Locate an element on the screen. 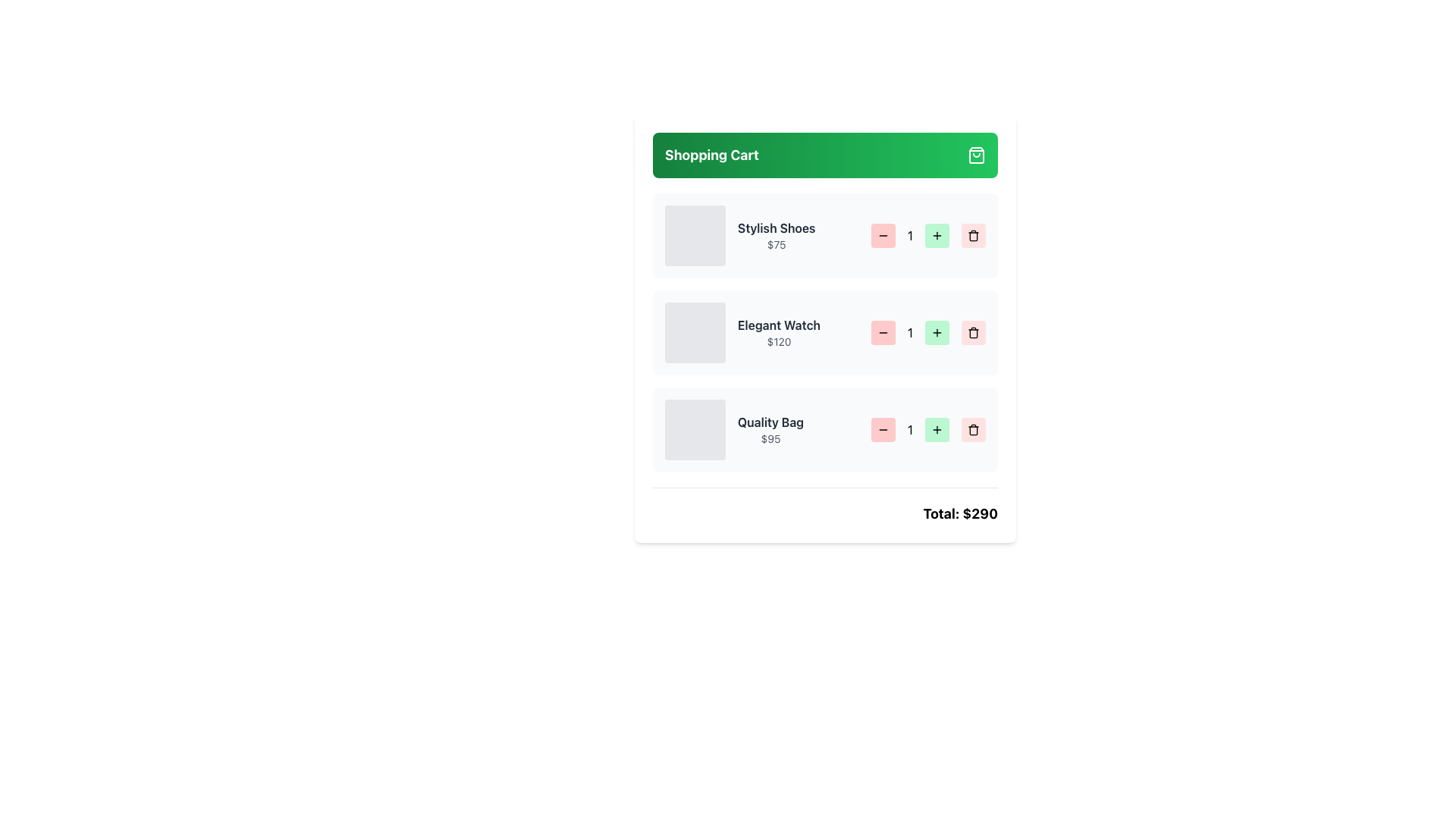  the green rounded button with a plus symbol inside, located in the middle of the horizontal row of controls on the 'Quality Bag' product card, to increase the quantity is located at coordinates (927, 430).